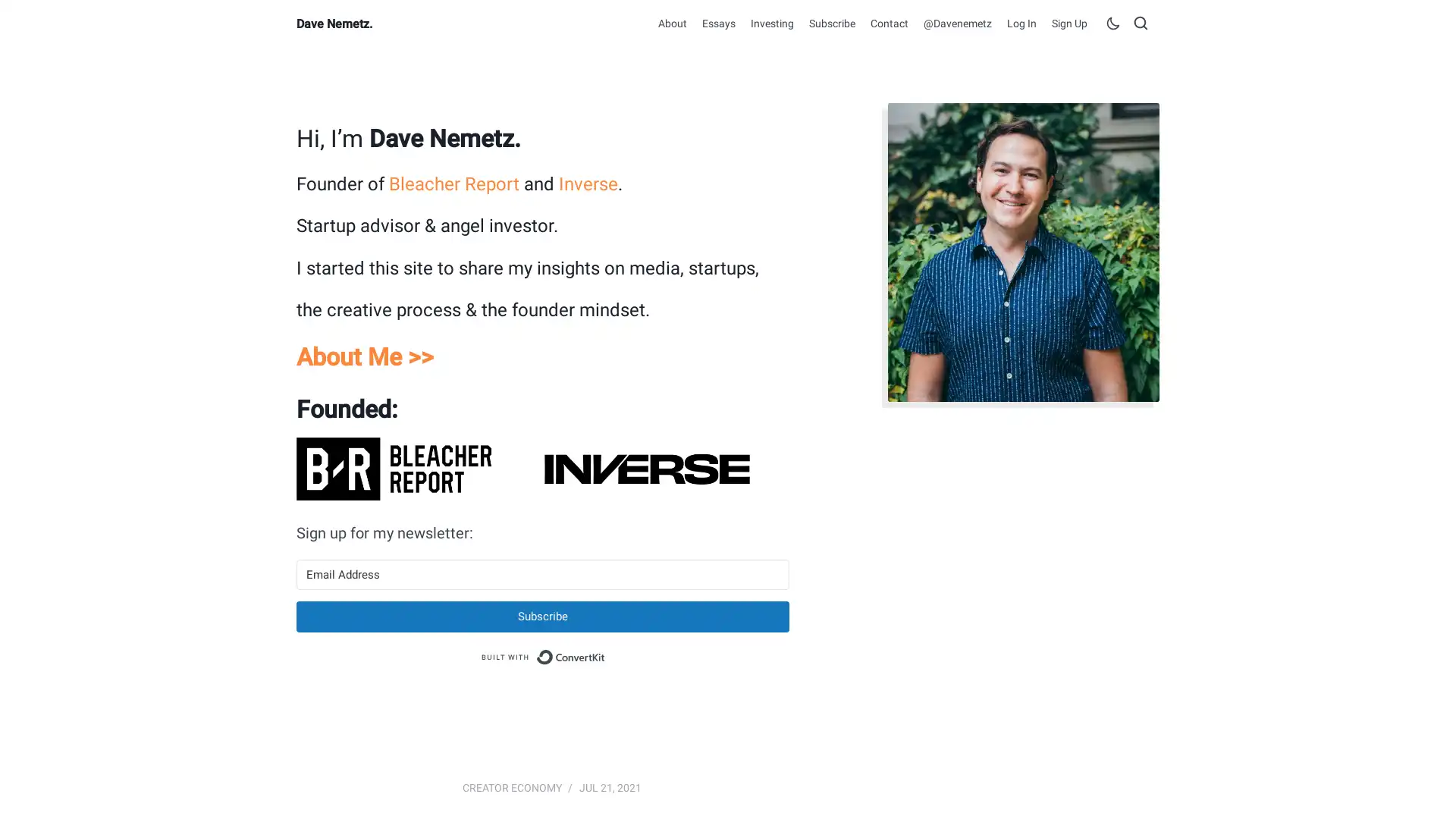 This screenshot has height=819, width=1456. I want to click on Subscribe, so click(542, 617).